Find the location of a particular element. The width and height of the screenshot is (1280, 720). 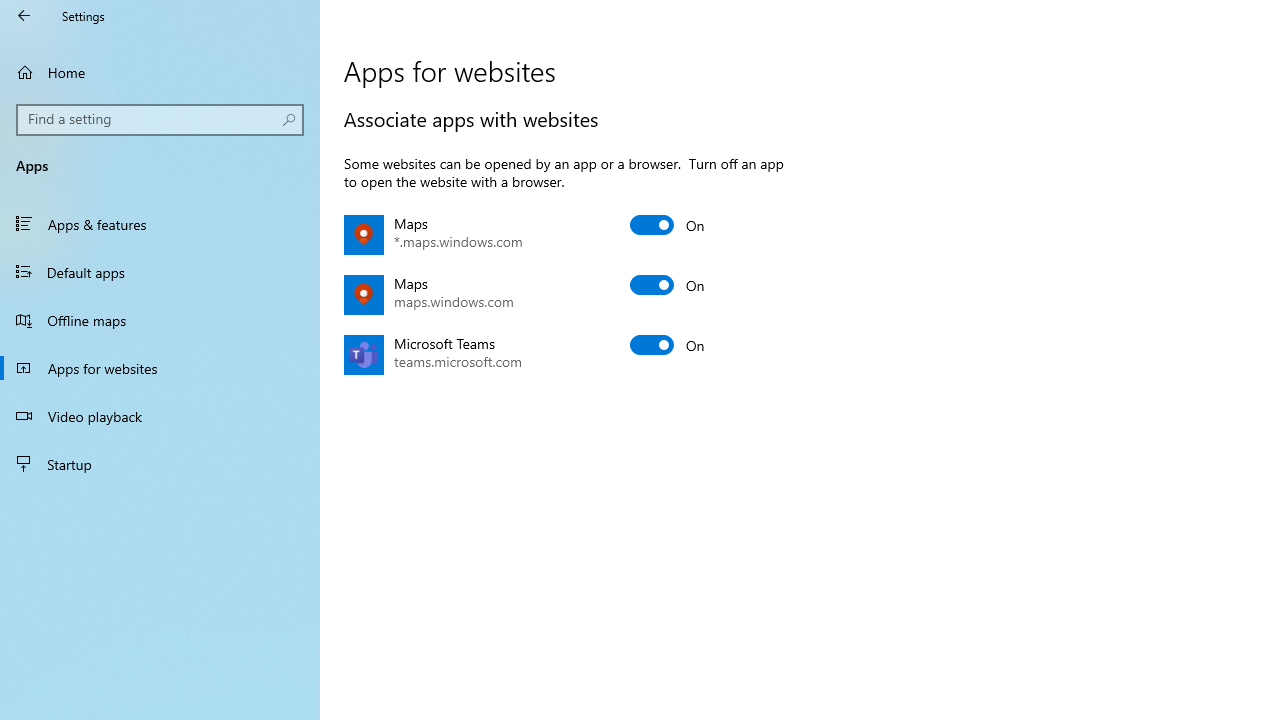

'Default apps' is located at coordinates (160, 271).